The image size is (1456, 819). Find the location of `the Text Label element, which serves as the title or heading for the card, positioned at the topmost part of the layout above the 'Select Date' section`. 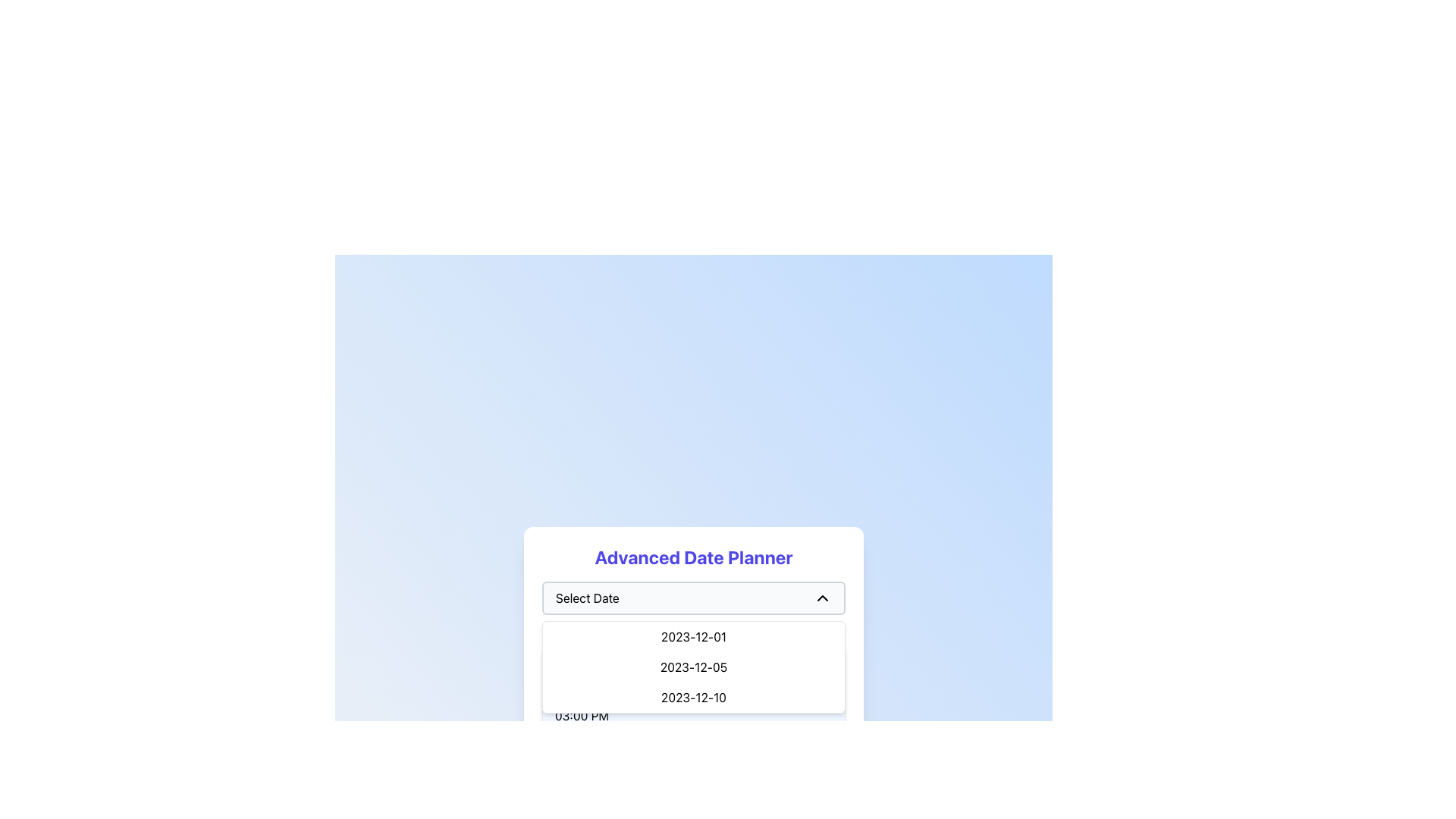

the Text Label element, which serves as the title or heading for the card, positioned at the topmost part of the layout above the 'Select Date' section is located at coordinates (693, 557).